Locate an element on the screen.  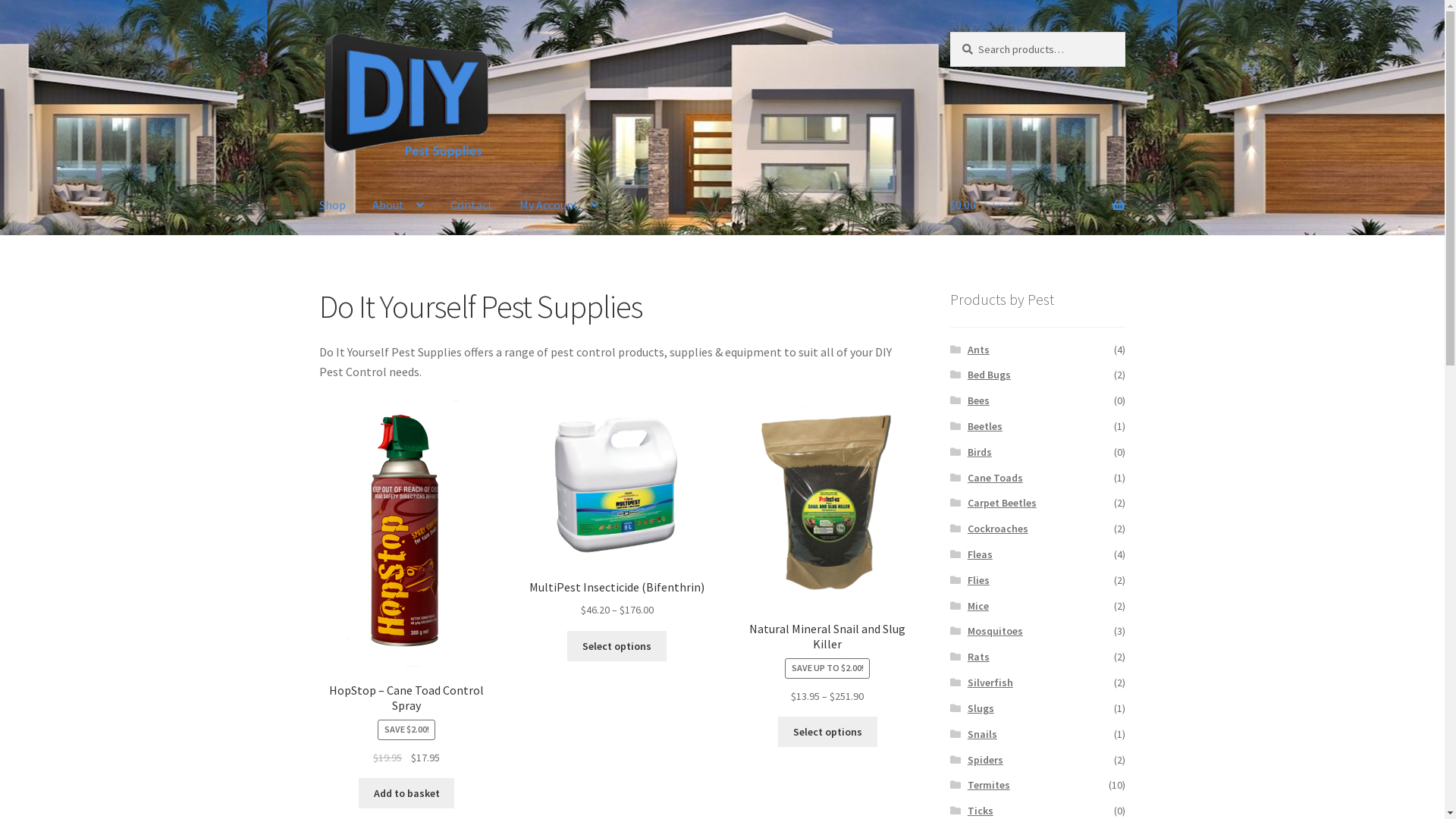
'Birds' is located at coordinates (979, 451).